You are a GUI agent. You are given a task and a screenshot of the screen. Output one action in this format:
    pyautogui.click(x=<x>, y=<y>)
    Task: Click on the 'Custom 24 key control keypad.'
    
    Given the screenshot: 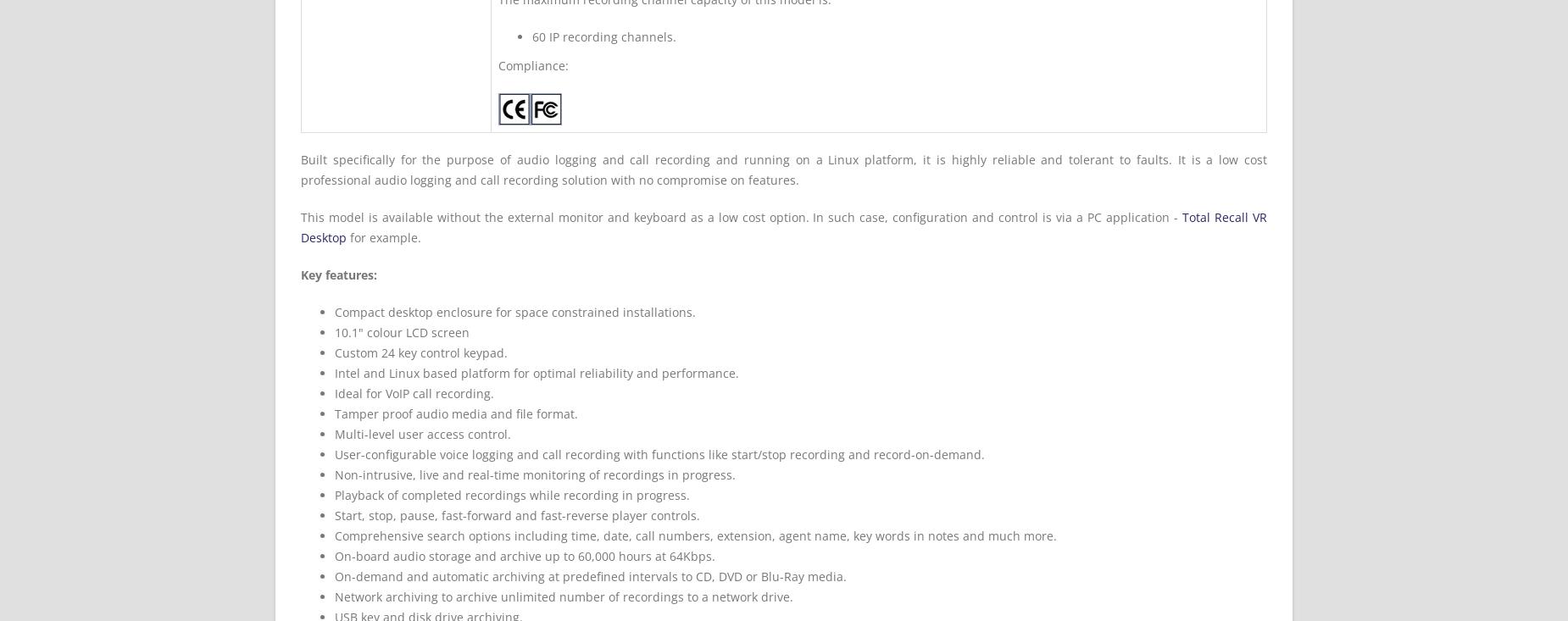 What is the action you would take?
    pyautogui.click(x=420, y=352)
    